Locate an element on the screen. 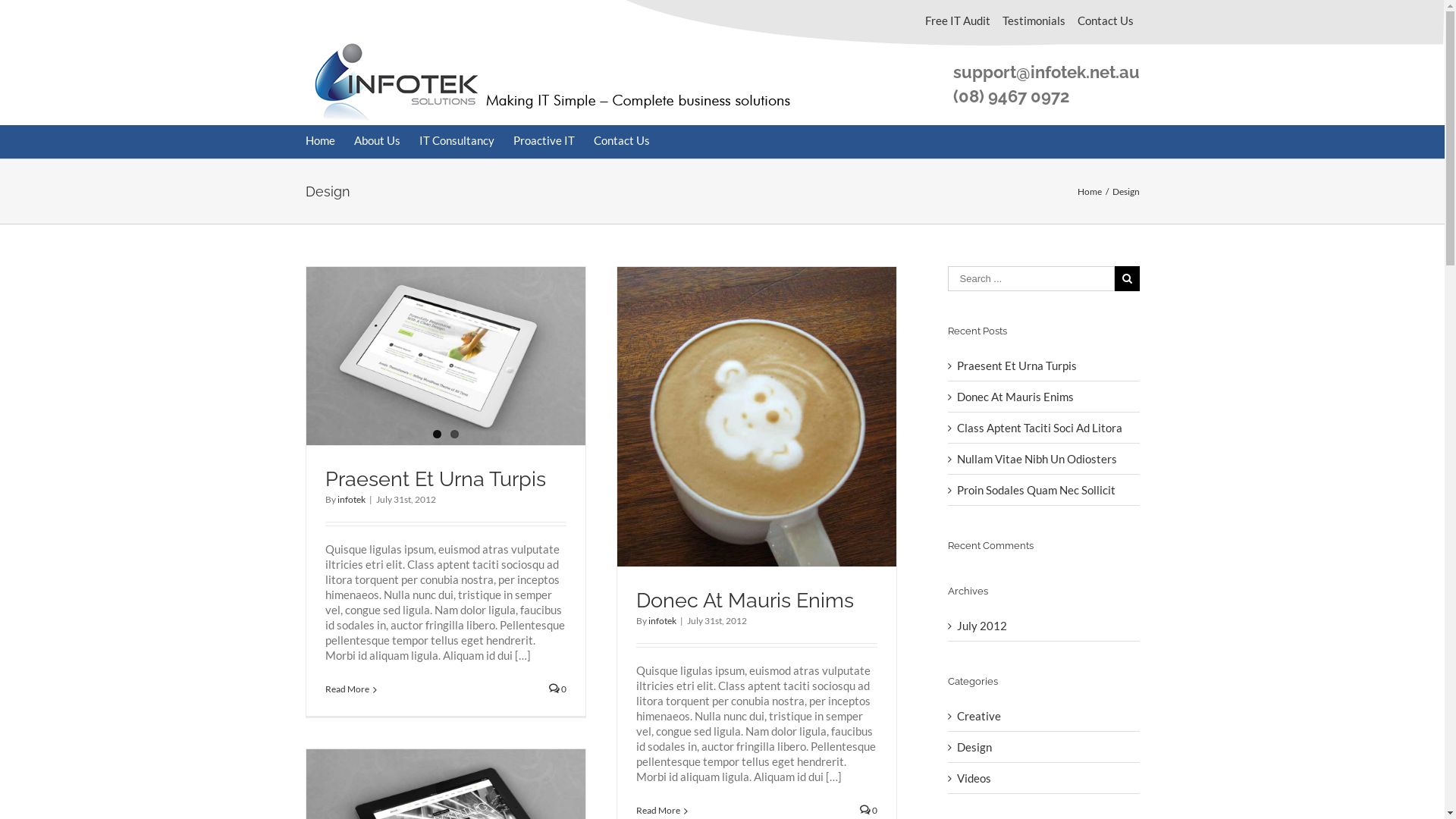  'Proin Sodales Quam Nec Sollicit' is located at coordinates (1035, 489).